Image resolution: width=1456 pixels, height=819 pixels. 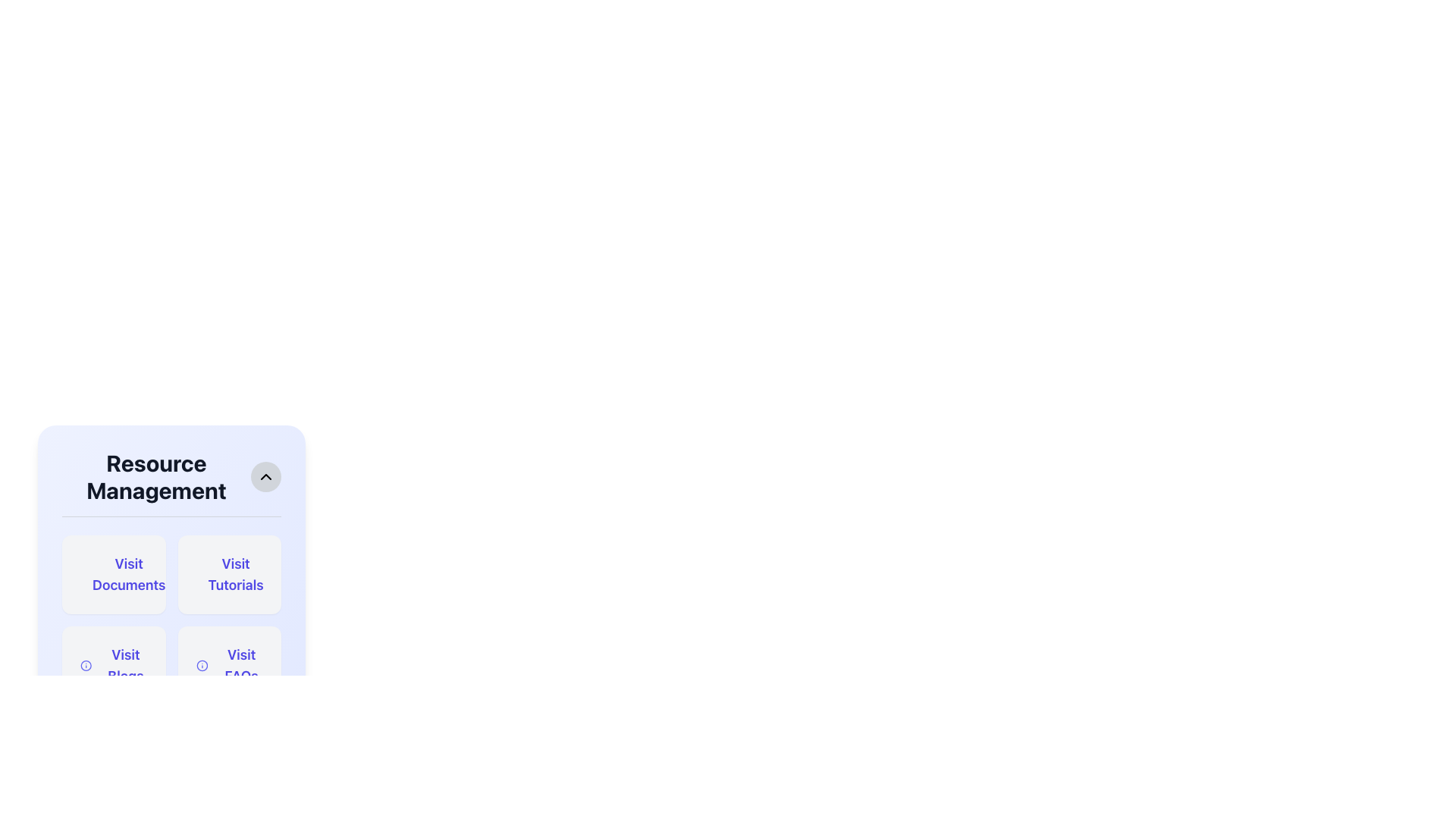 What do you see at coordinates (235, 575) in the screenshot?
I see `the 'Visit Tutorials' hyperlink styled as a button located in the top-right corner of the 'Resource Management' section to observe the hover effect` at bounding box center [235, 575].